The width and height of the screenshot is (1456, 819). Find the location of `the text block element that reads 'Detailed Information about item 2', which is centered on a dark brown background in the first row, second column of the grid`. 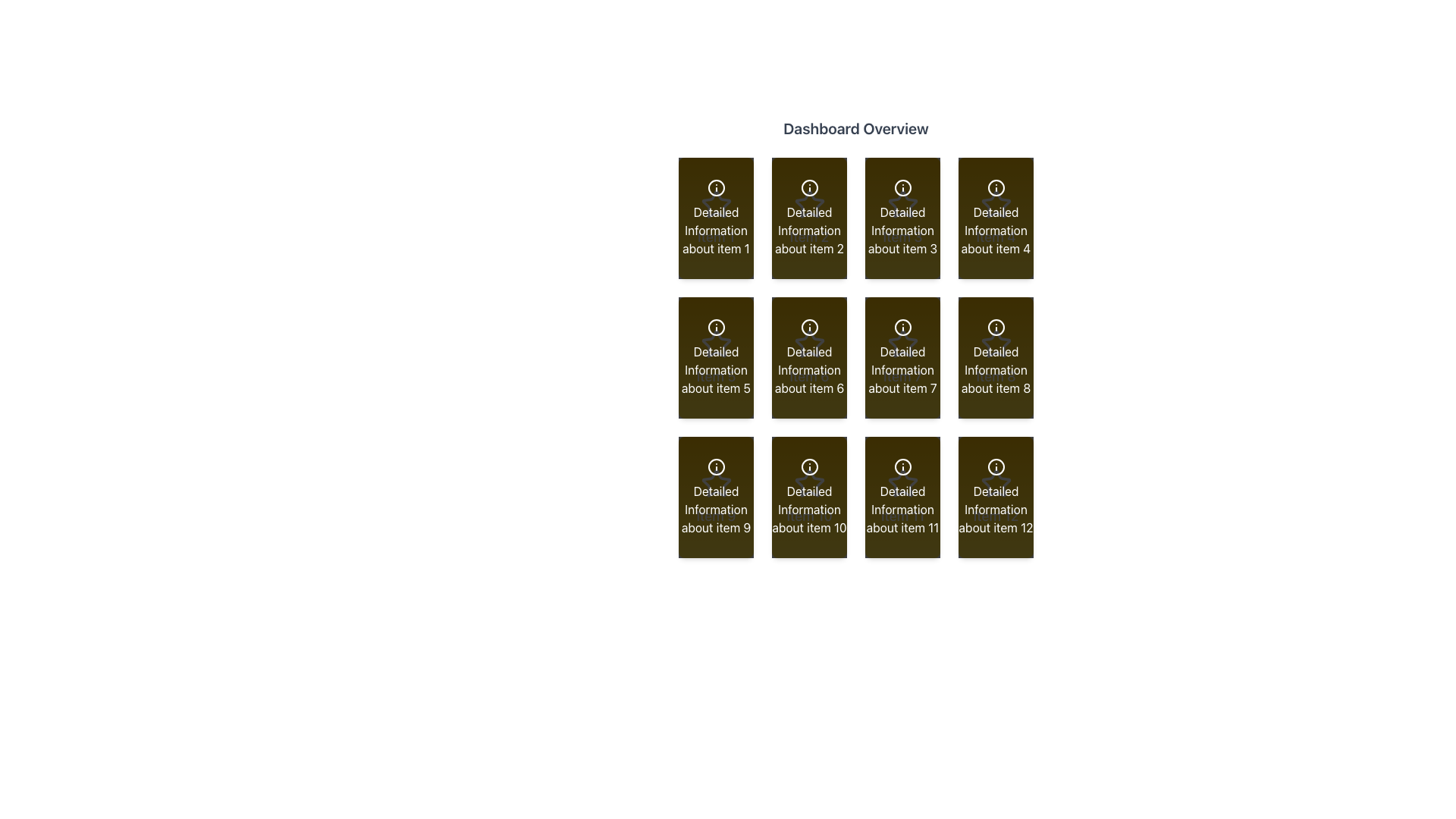

the text block element that reads 'Detailed Information about item 2', which is centered on a dark brown background in the first row, second column of the grid is located at coordinates (808, 231).